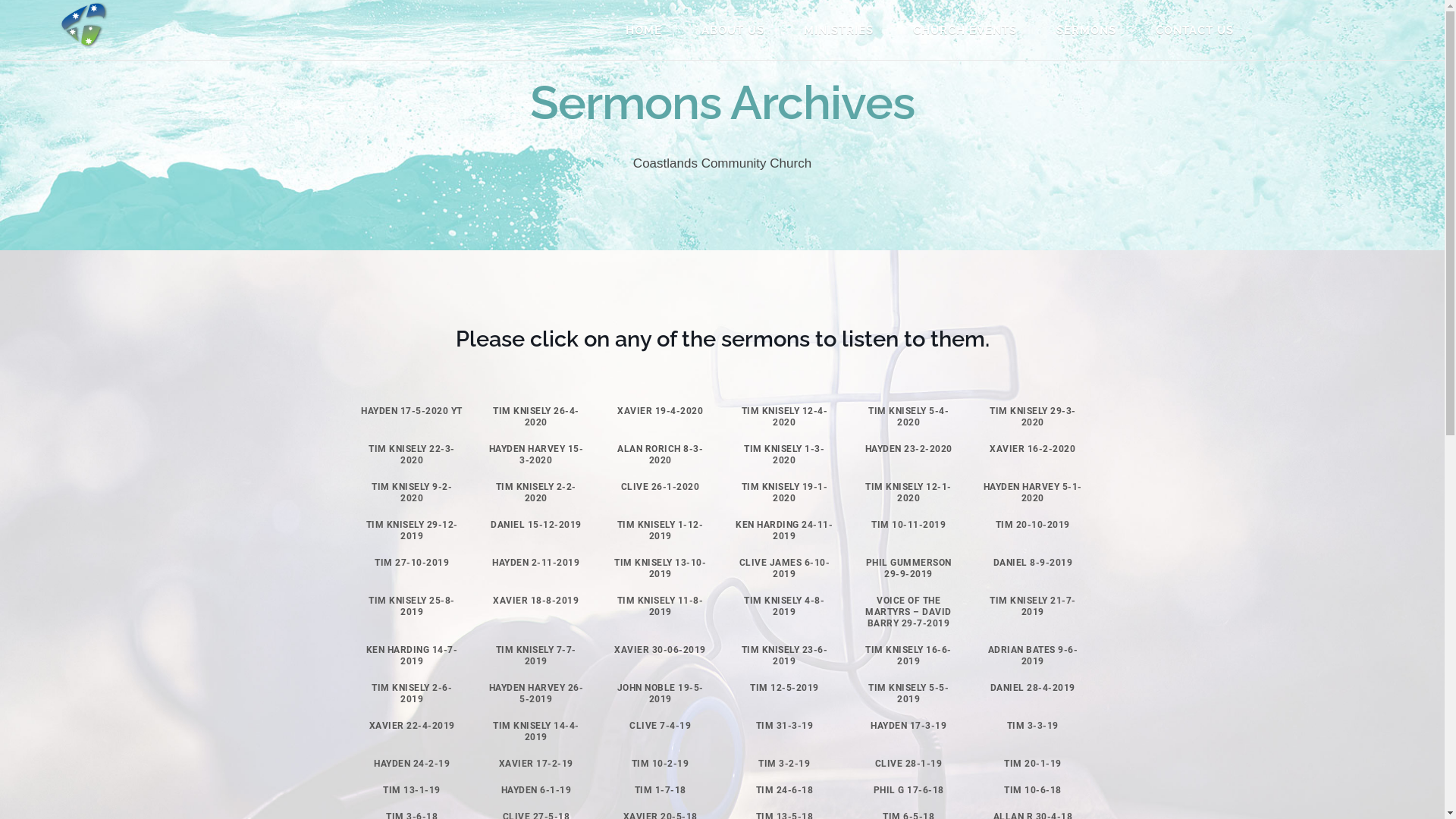  Describe the element at coordinates (411, 453) in the screenshot. I see `'TIM KNISELY 22-3-2020'` at that location.